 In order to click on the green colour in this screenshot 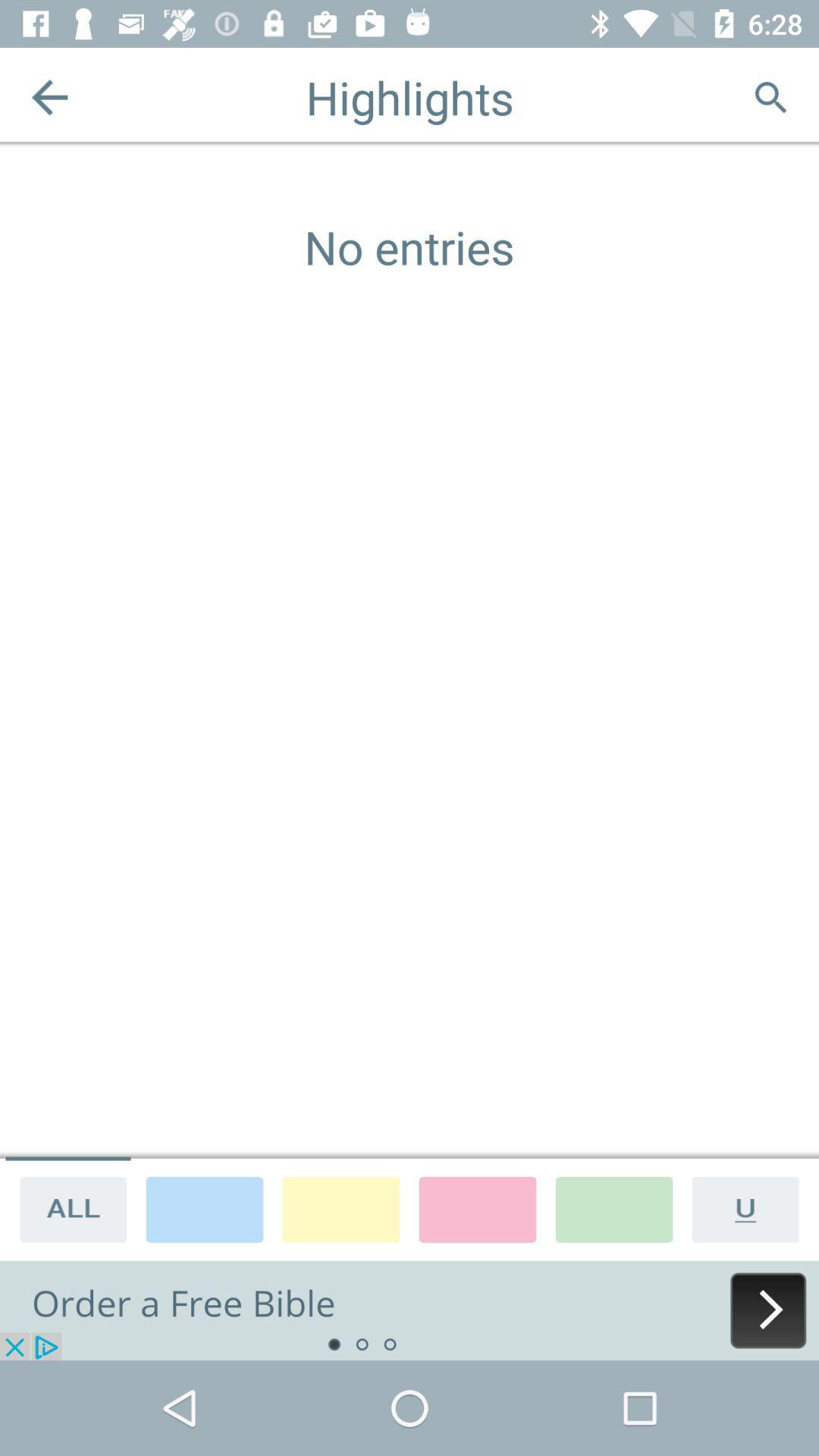, I will do `click(614, 1208)`.